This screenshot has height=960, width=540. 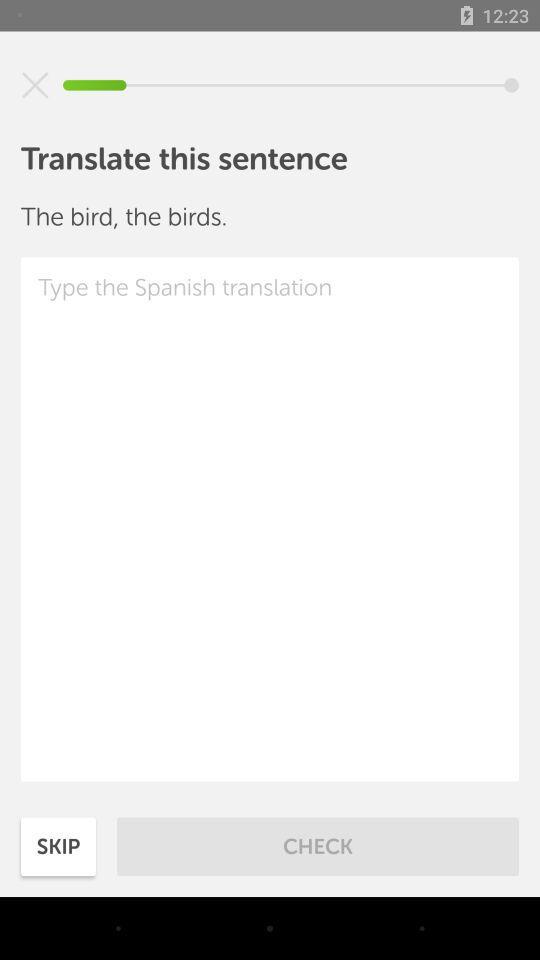 I want to click on item above translate this sentence, so click(x=35, y=85).